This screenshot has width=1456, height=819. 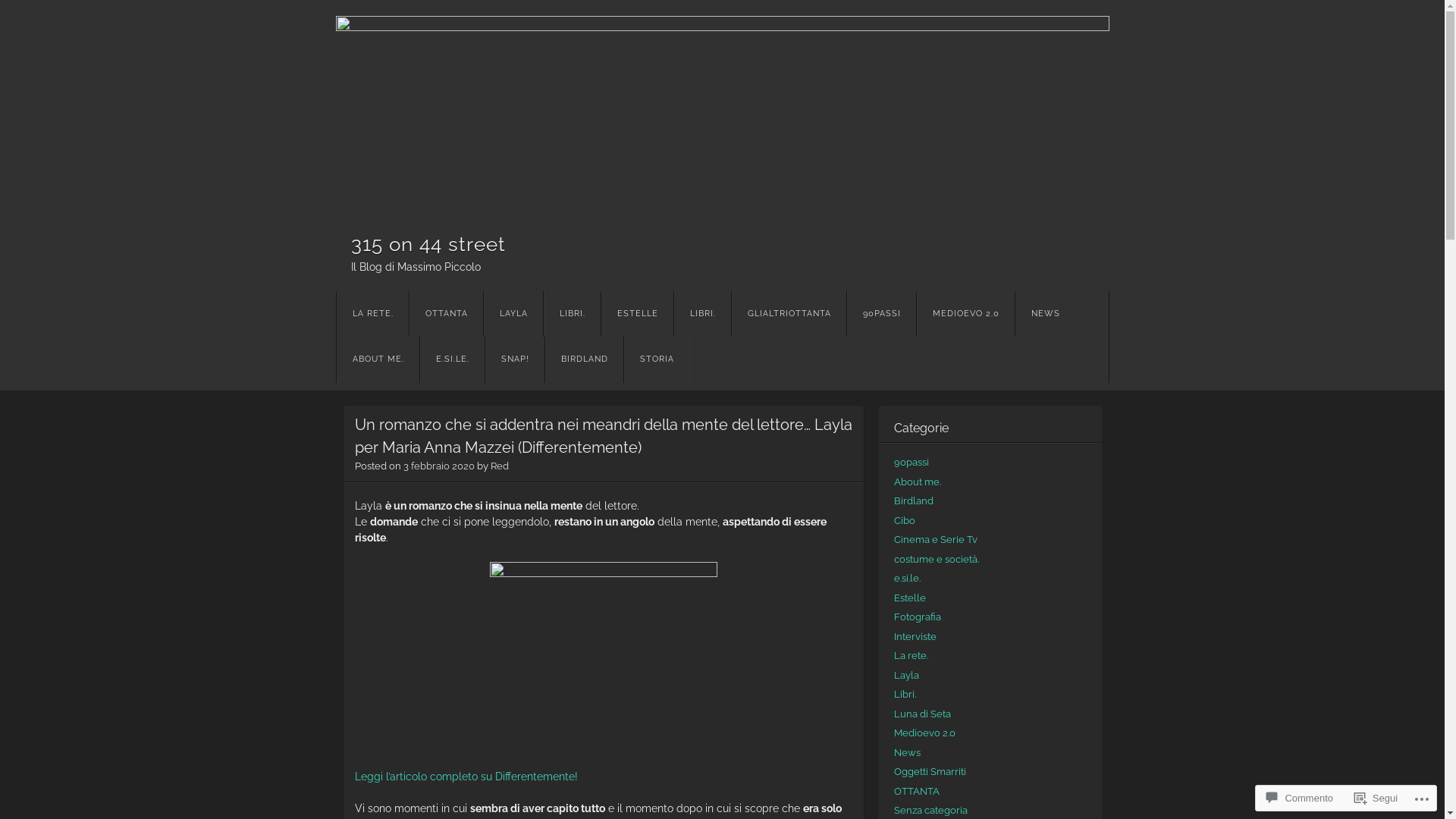 I want to click on '315 on 44 street', so click(x=427, y=242).